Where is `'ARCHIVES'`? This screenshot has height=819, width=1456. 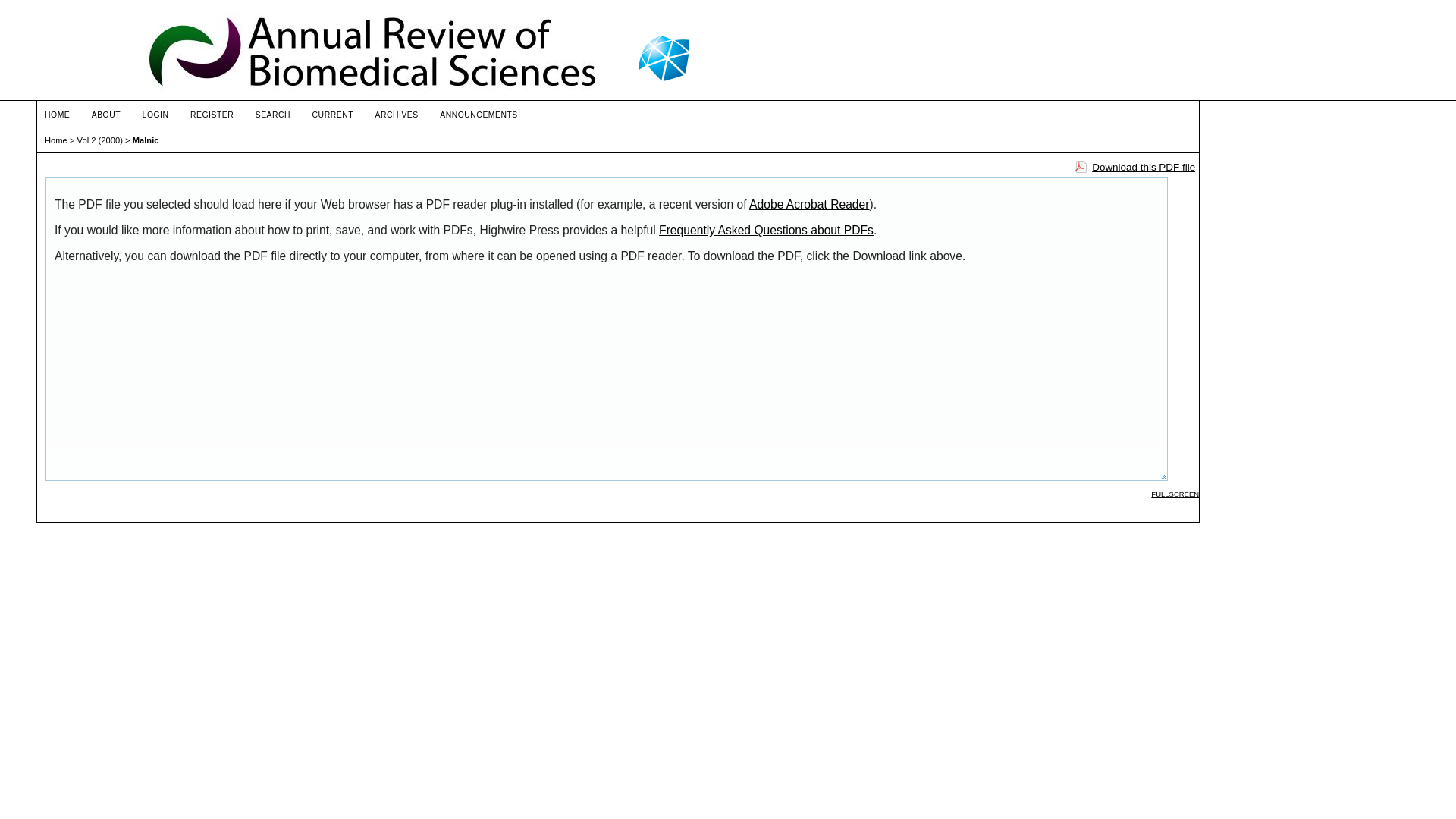
'ARCHIVES' is located at coordinates (396, 114).